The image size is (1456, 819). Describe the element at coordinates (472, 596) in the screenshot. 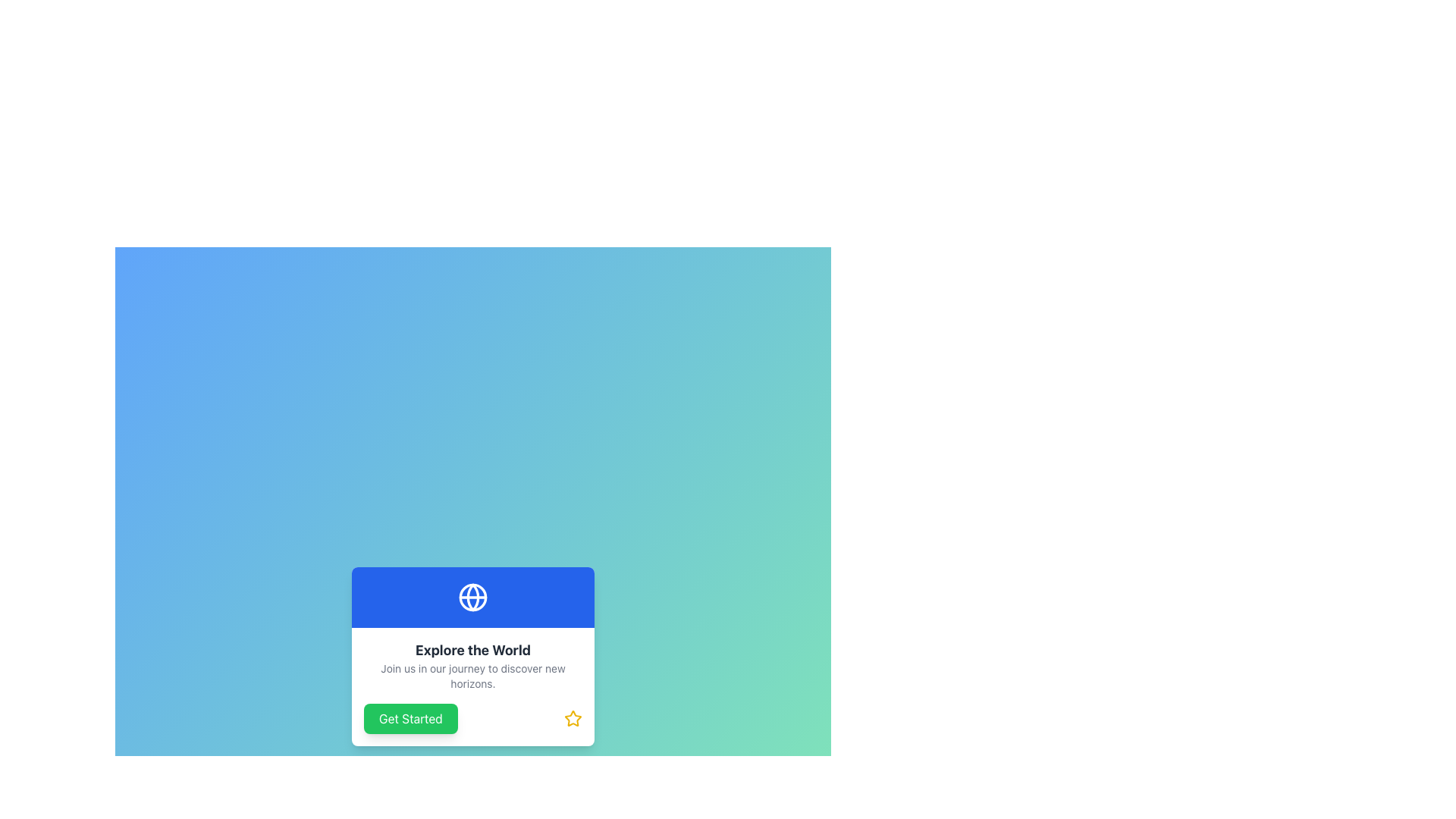

I see `the globe-like icon with a circular outline located in the blue header section of the card interface, situated above the title text 'Explore the World'` at that location.